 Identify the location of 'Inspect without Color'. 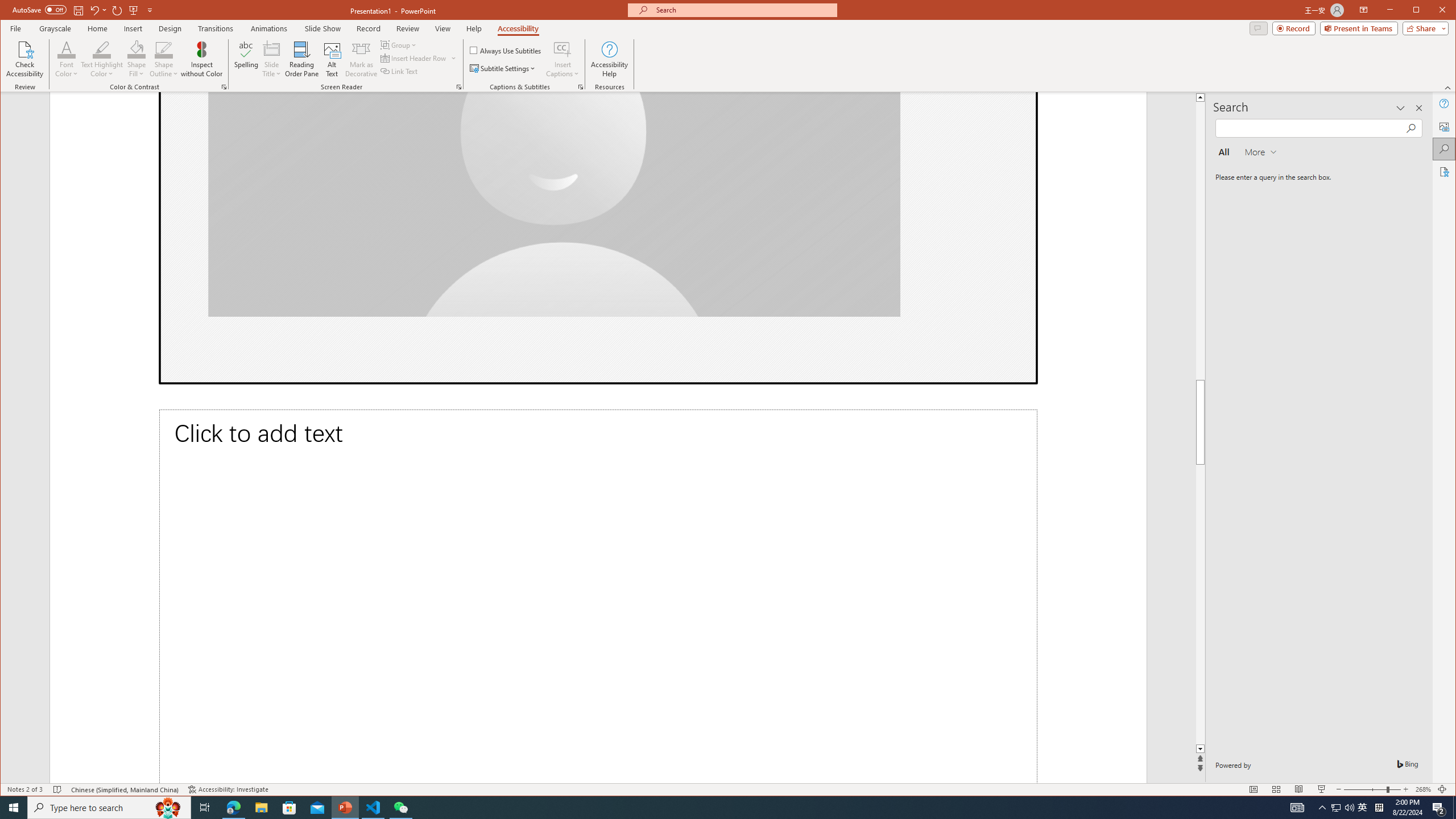
(201, 59).